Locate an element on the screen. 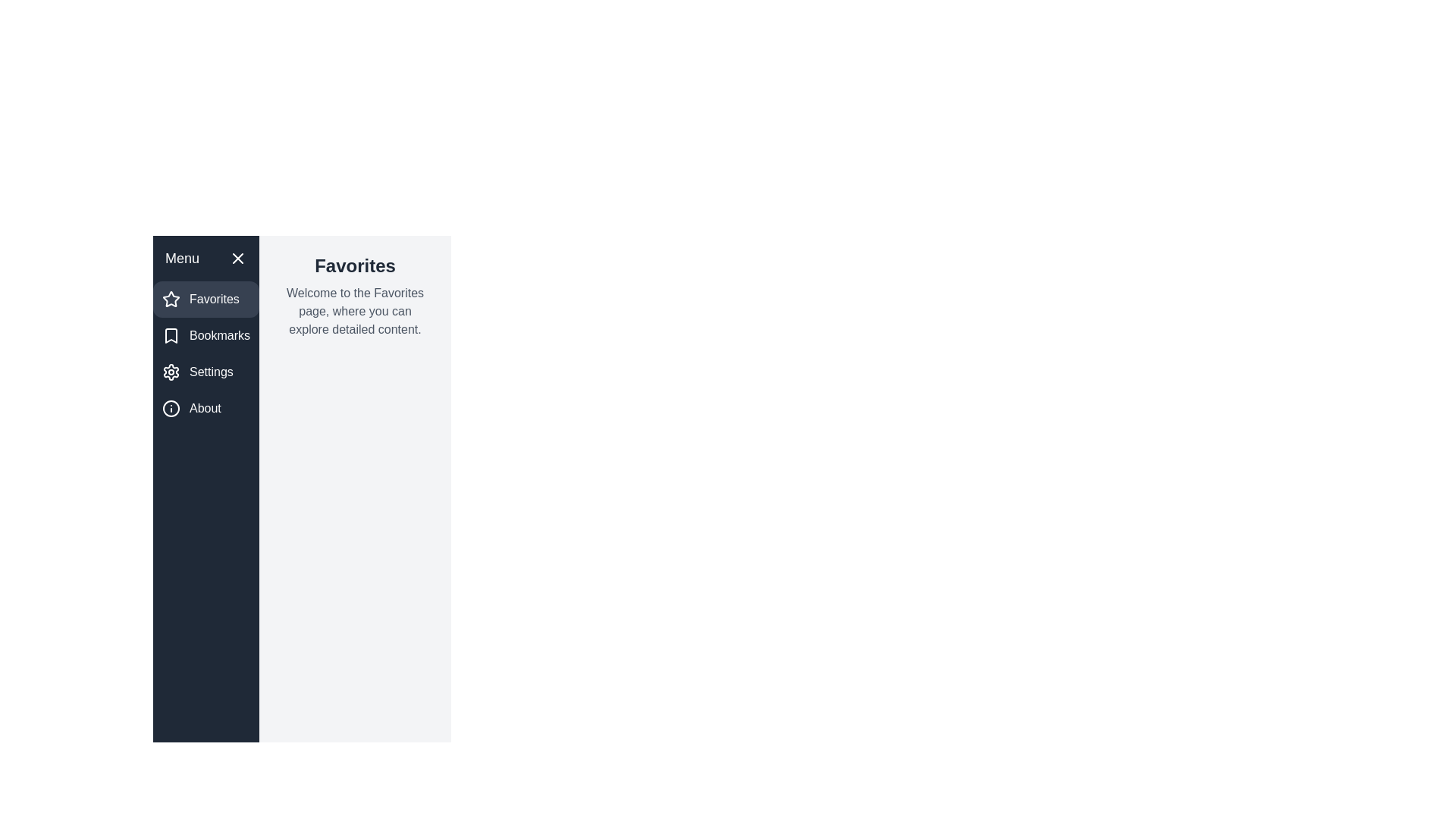 This screenshot has height=819, width=1456. the 'About' text label in the sidebar menu under the 'Settings' option is located at coordinates (204, 408).